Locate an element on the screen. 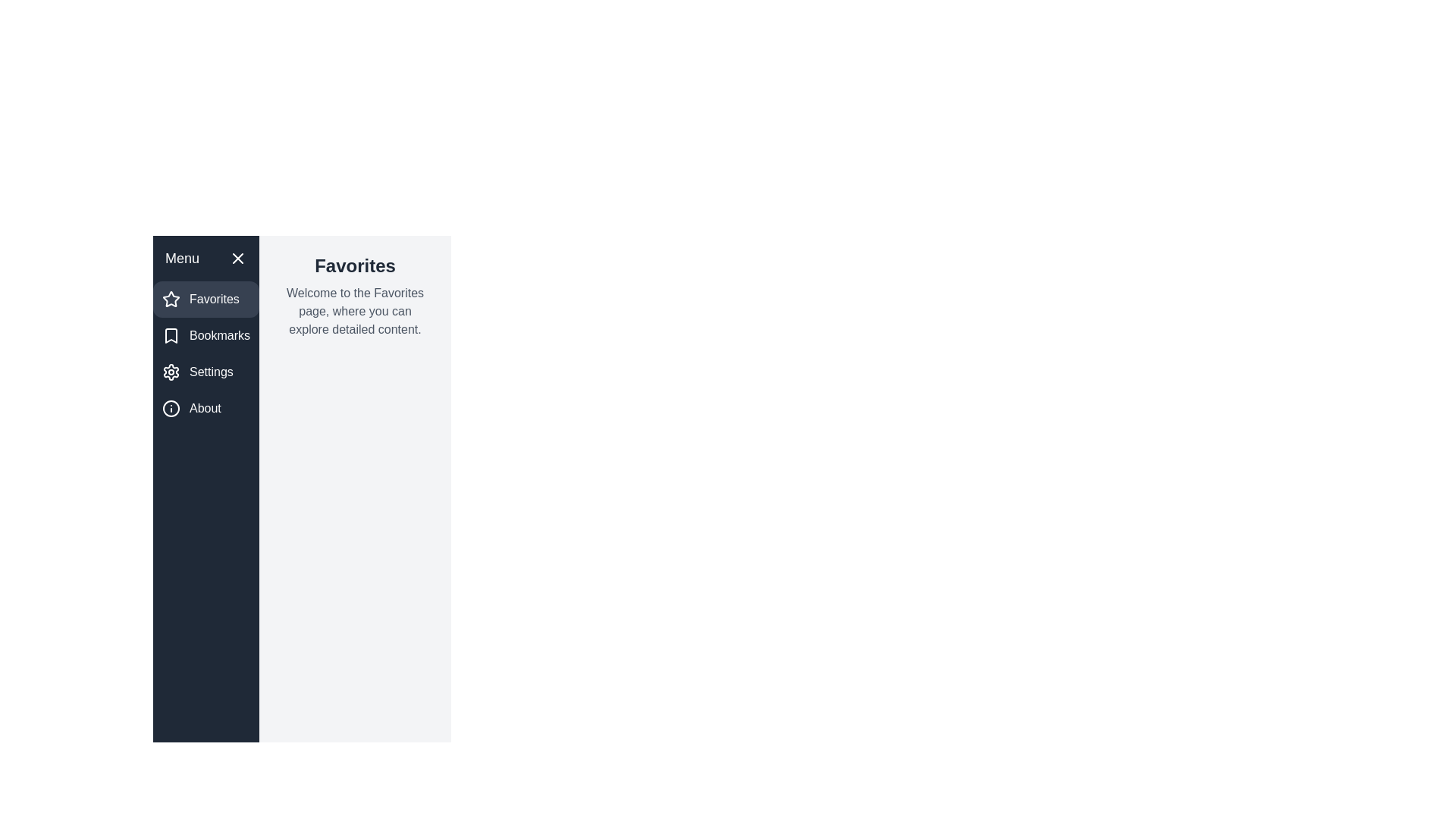 This screenshot has height=819, width=1456. the 'About' text label in the sidebar menu under the 'Settings' option is located at coordinates (204, 408).